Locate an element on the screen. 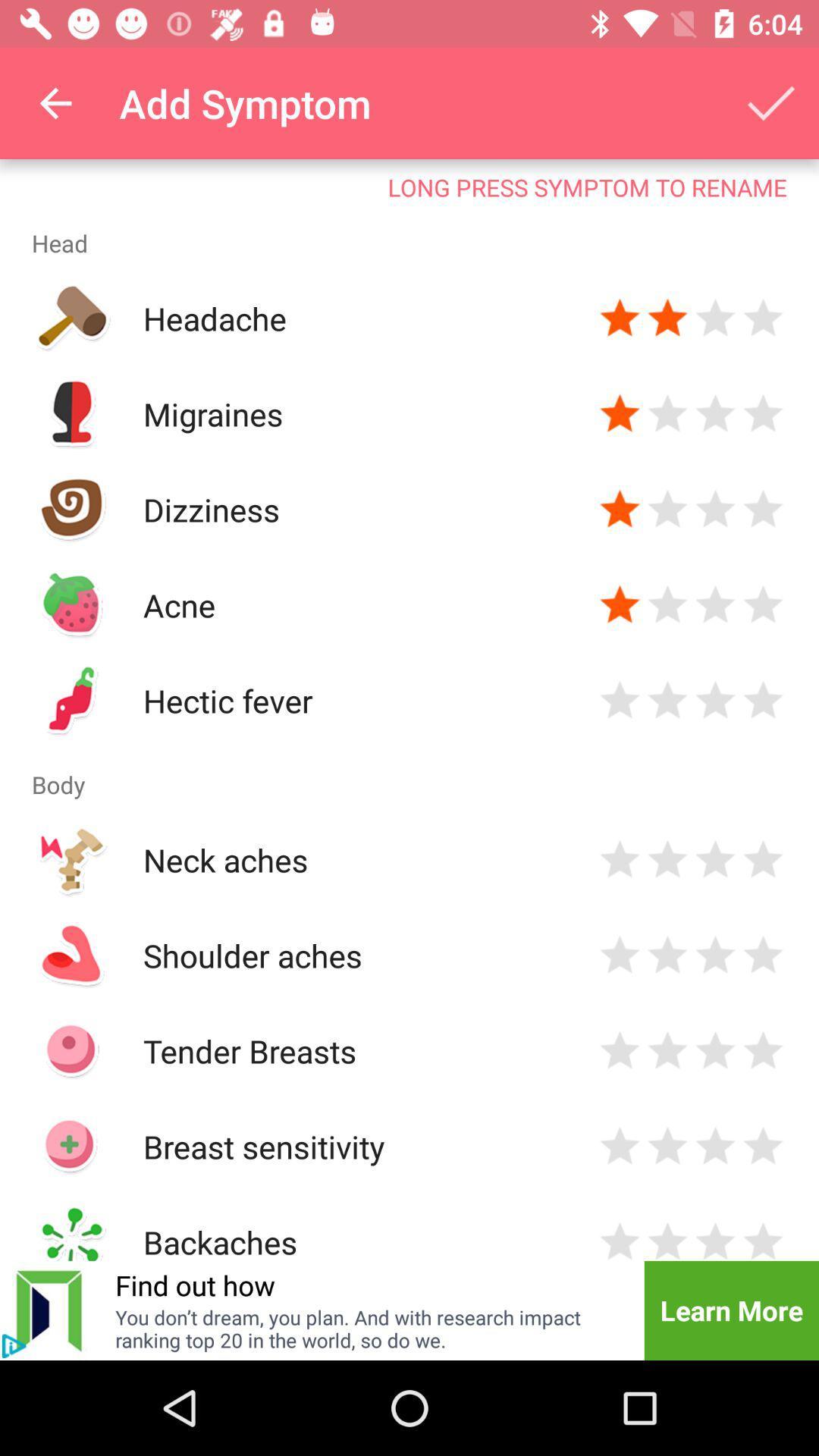 Image resolution: width=819 pixels, height=1456 pixels. rate symptom severity is located at coordinates (620, 954).